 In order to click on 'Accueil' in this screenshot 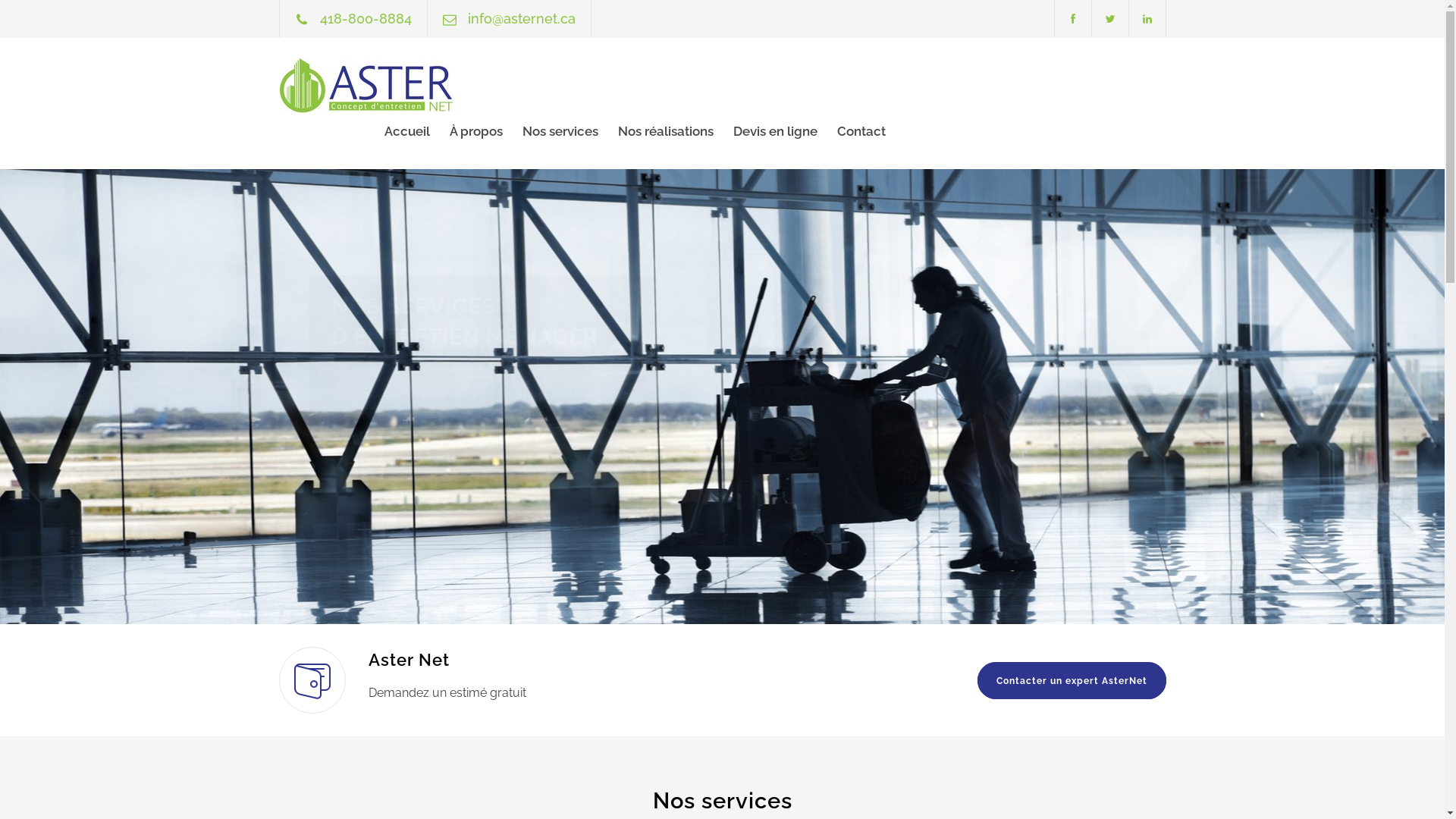, I will do `click(383, 130)`.